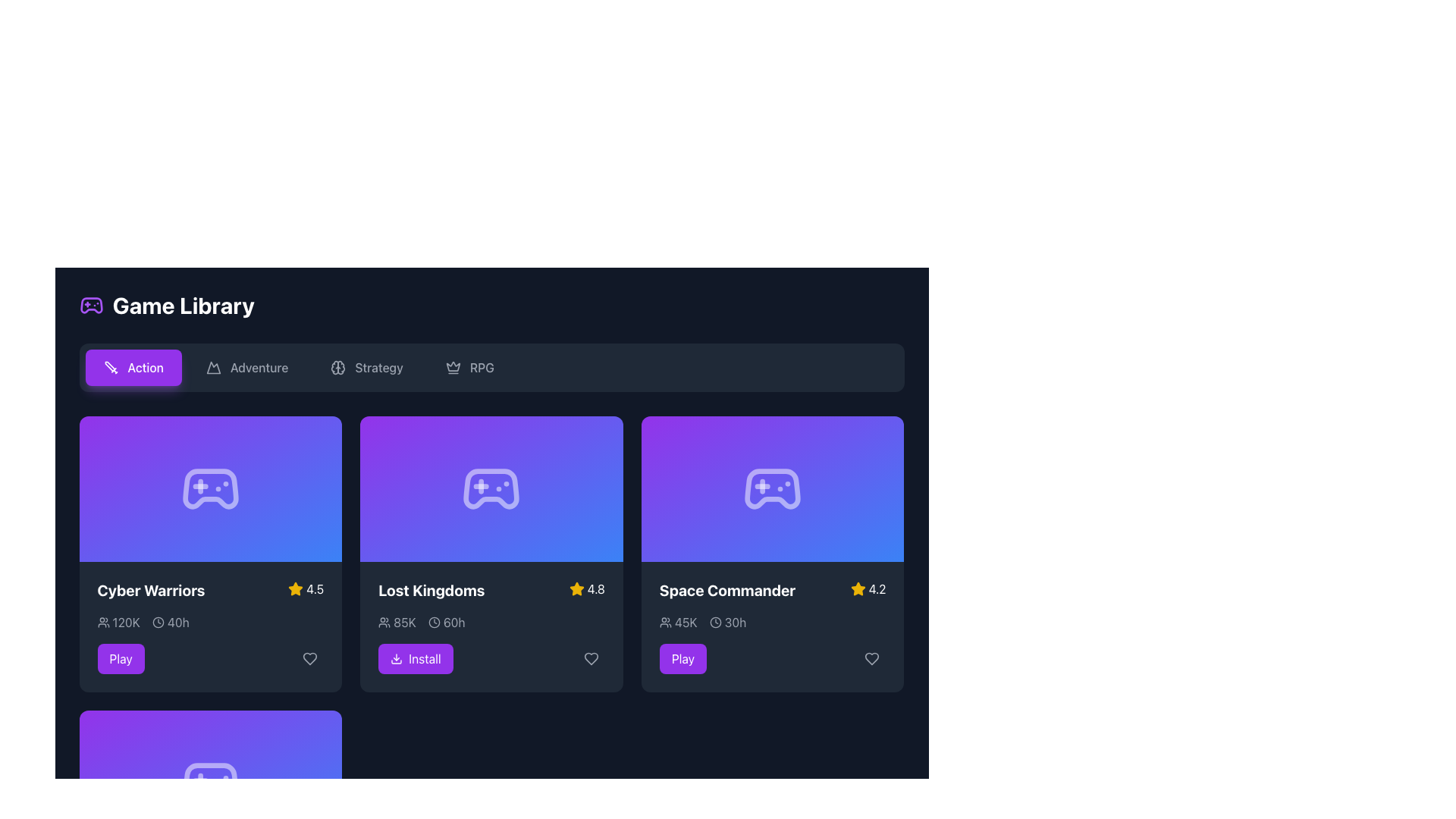 This screenshot has height=819, width=1456. Describe the element at coordinates (167, 305) in the screenshot. I see `section title text with icon located at the upper-left section of the library interface for games` at that location.